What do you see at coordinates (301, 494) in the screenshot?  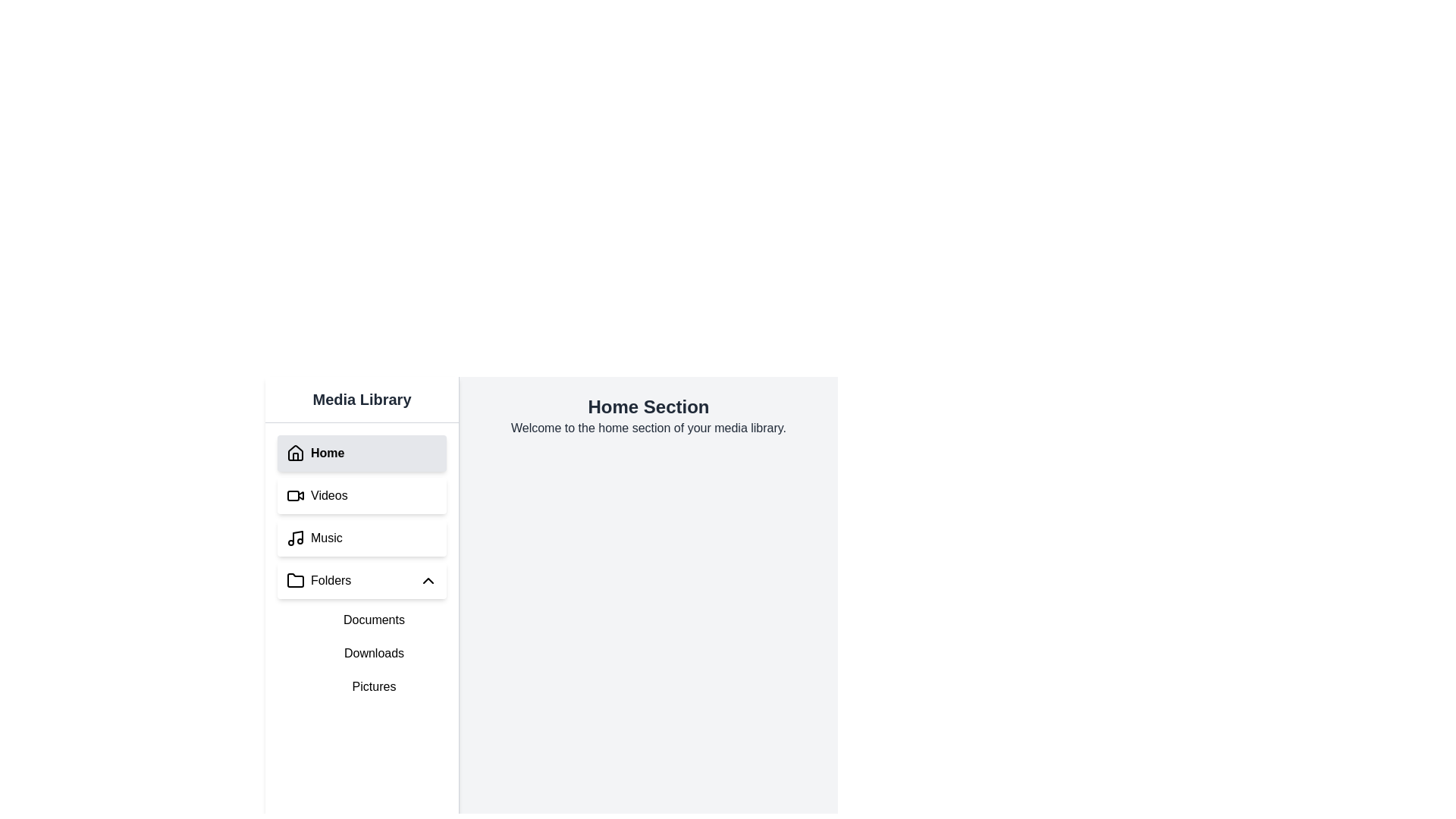 I see `the video section icon in the vertical navigation menu located at the top-left side of the interface` at bounding box center [301, 494].